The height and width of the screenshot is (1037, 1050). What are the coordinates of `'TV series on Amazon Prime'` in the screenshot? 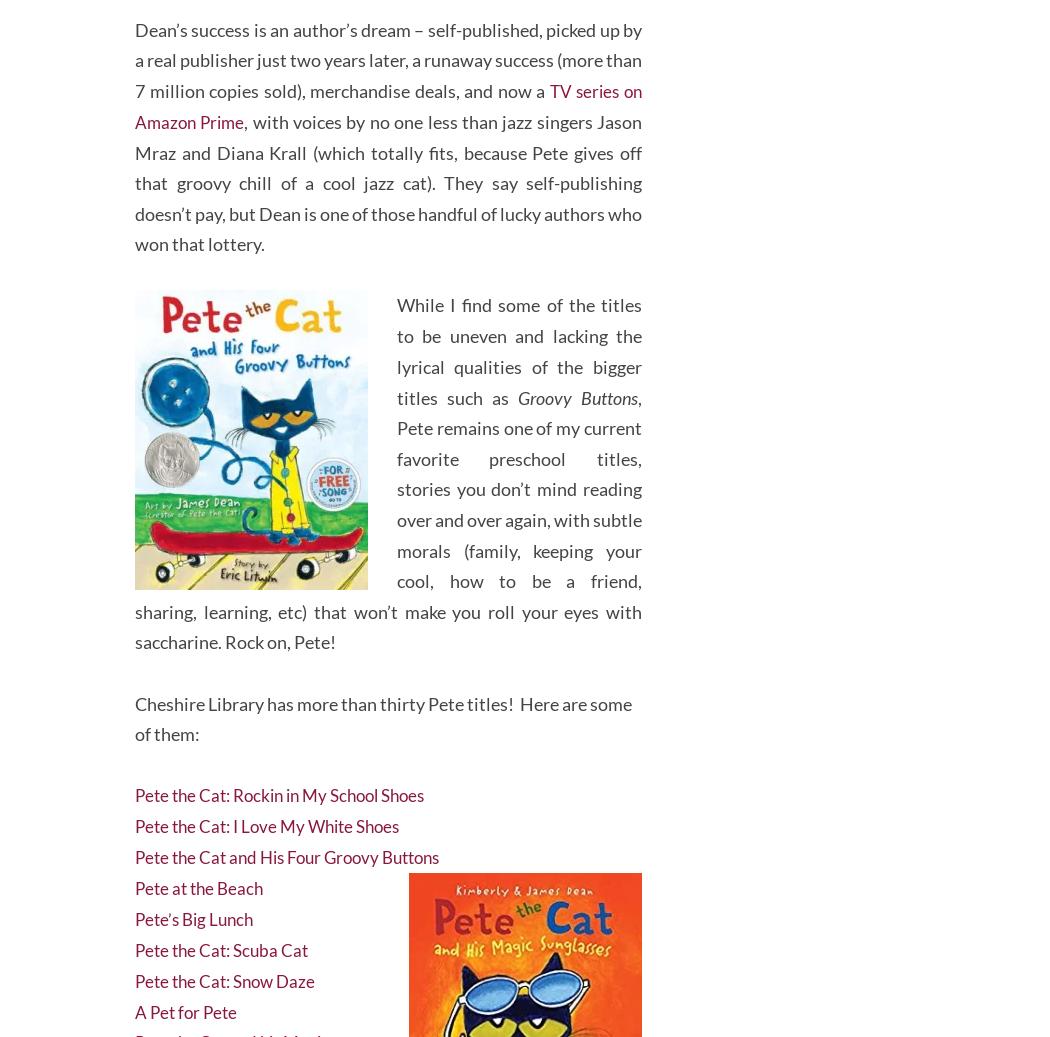 It's located at (388, 93).